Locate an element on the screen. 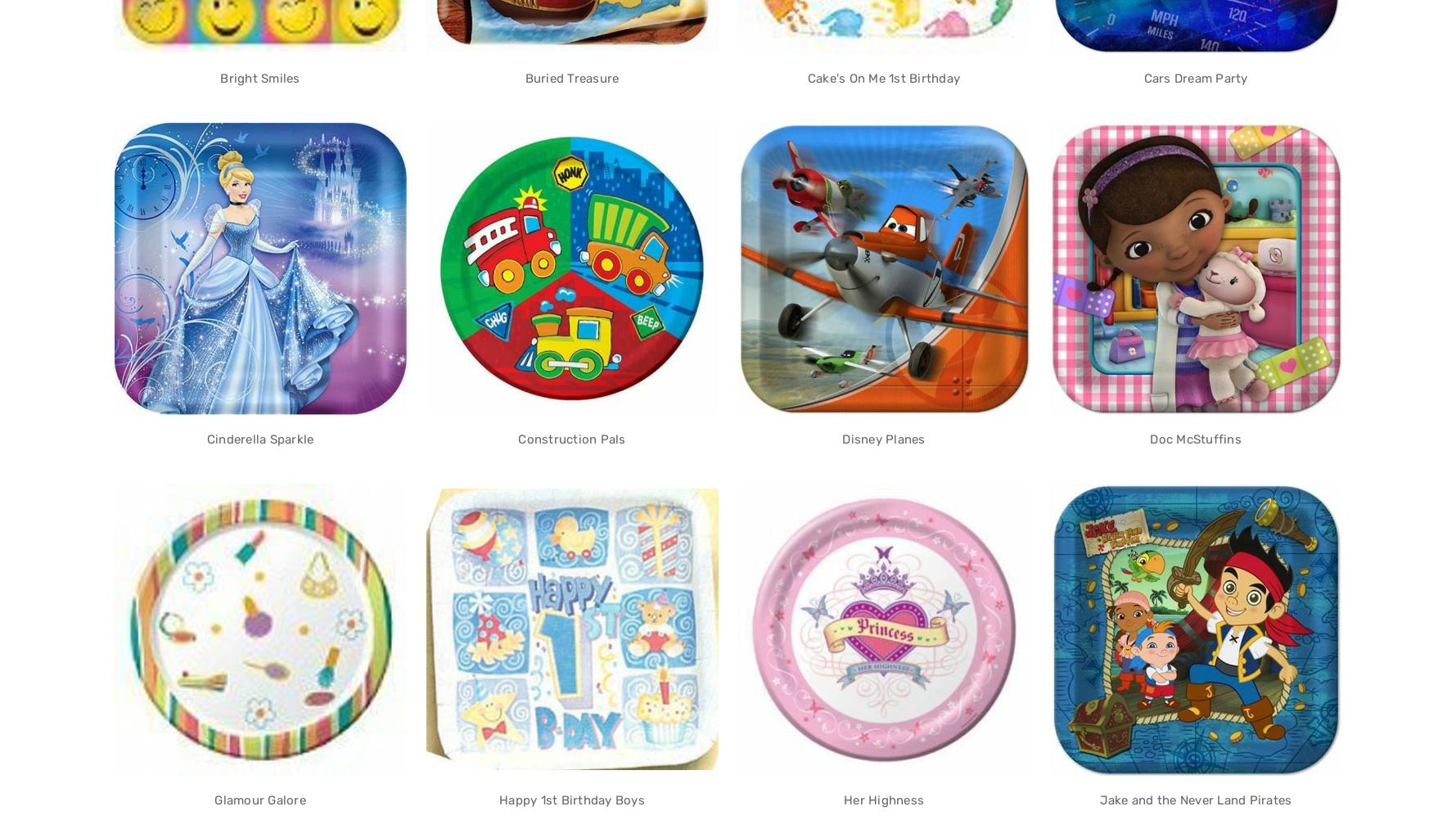 The width and height of the screenshot is (1456, 838). 'Cake's On Me 1st Birthday' is located at coordinates (882, 78).